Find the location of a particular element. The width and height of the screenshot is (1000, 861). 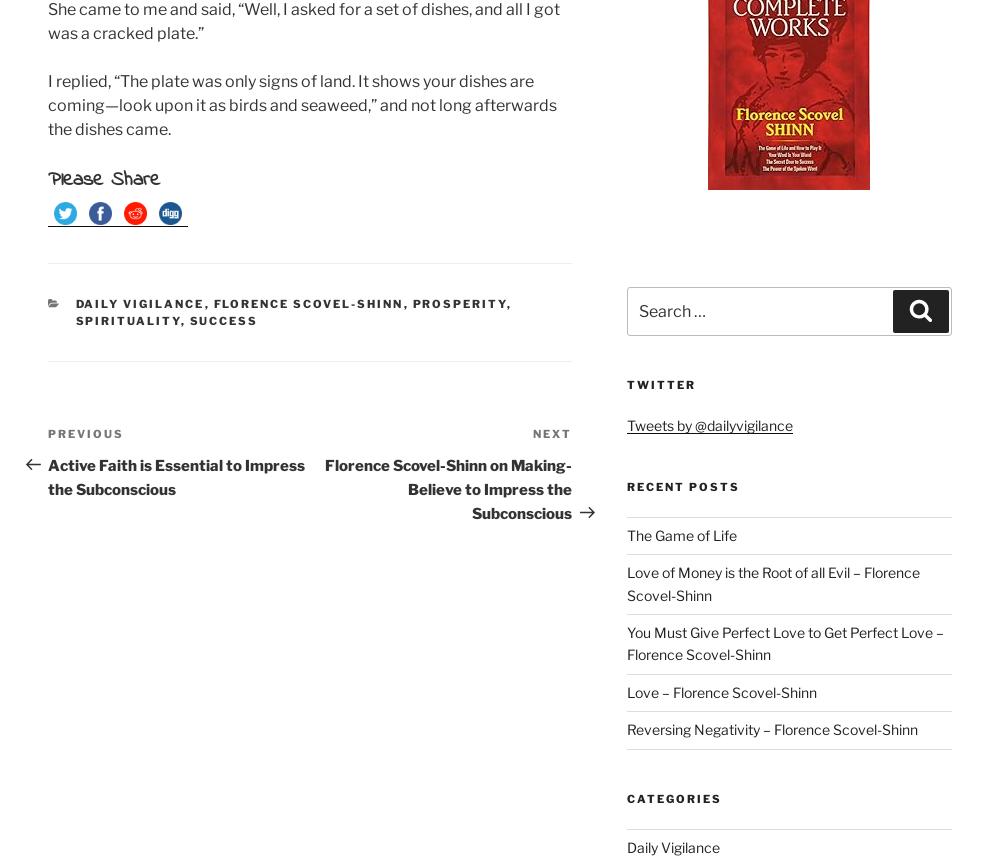

'Love of Money is the Root of all Evil – Florence Scovel-Shinn' is located at coordinates (772, 582).